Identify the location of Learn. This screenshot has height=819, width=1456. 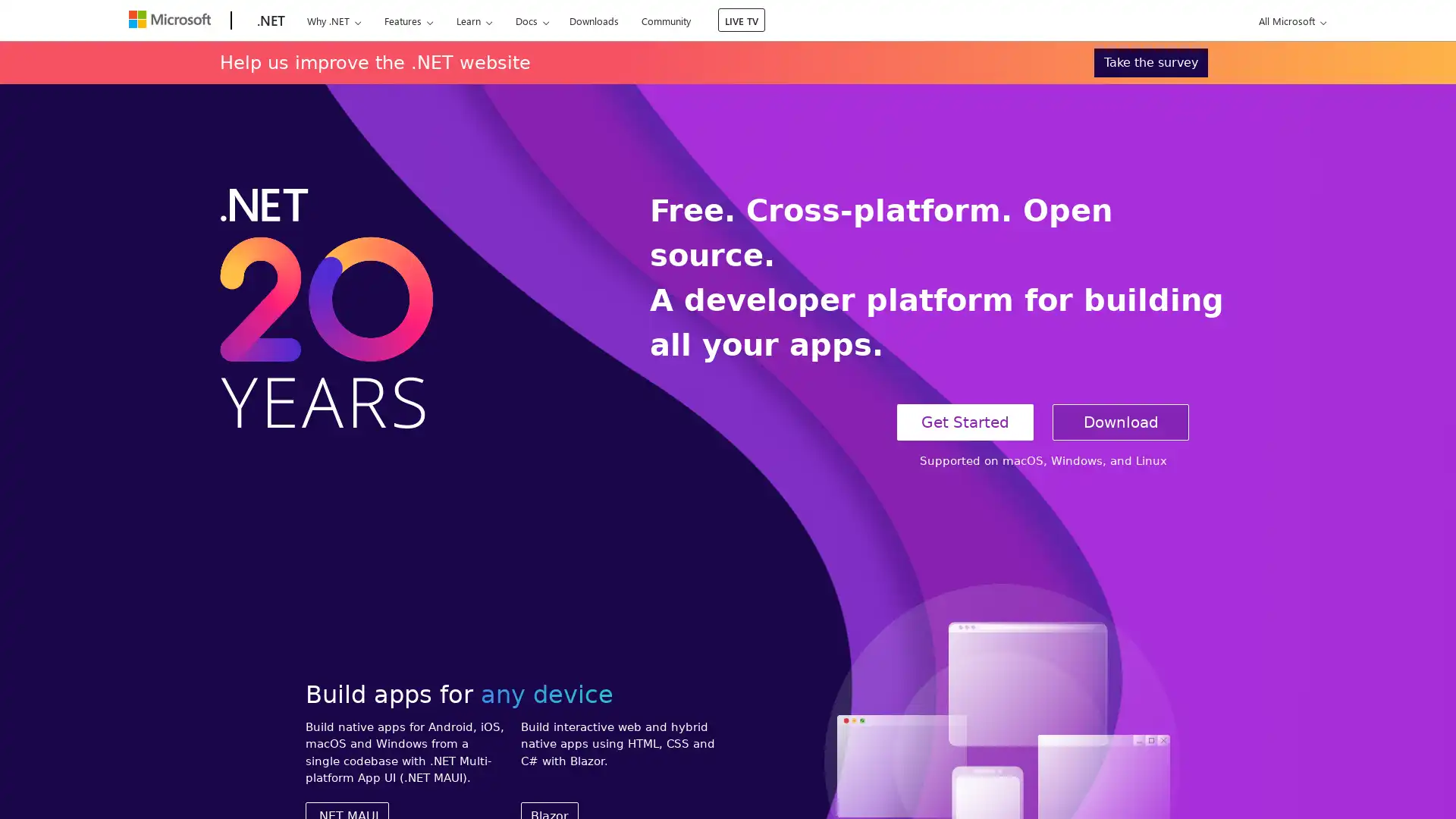
(472, 20).